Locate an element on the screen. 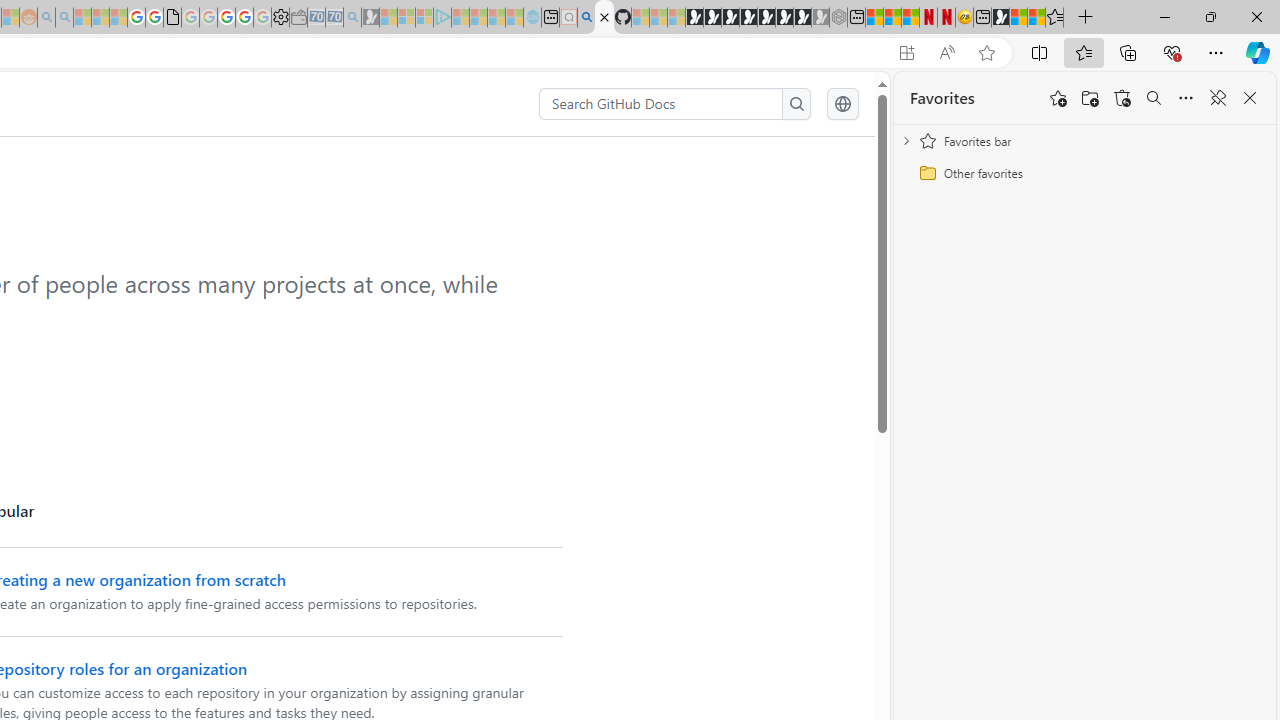 This screenshot has height=720, width=1280. 'Search GitHub Docs' is located at coordinates (661, 104).